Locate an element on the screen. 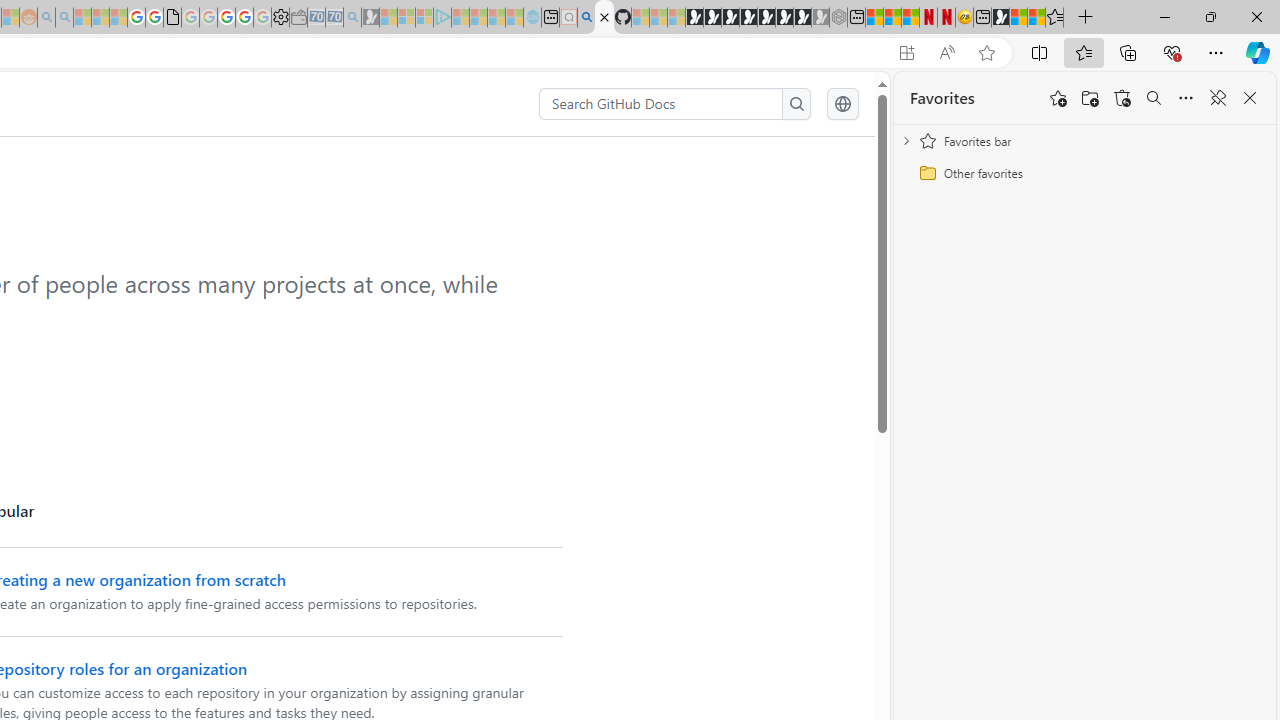 This screenshot has height=720, width=1280. 'Search GitHub Docs' is located at coordinates (661, 104).